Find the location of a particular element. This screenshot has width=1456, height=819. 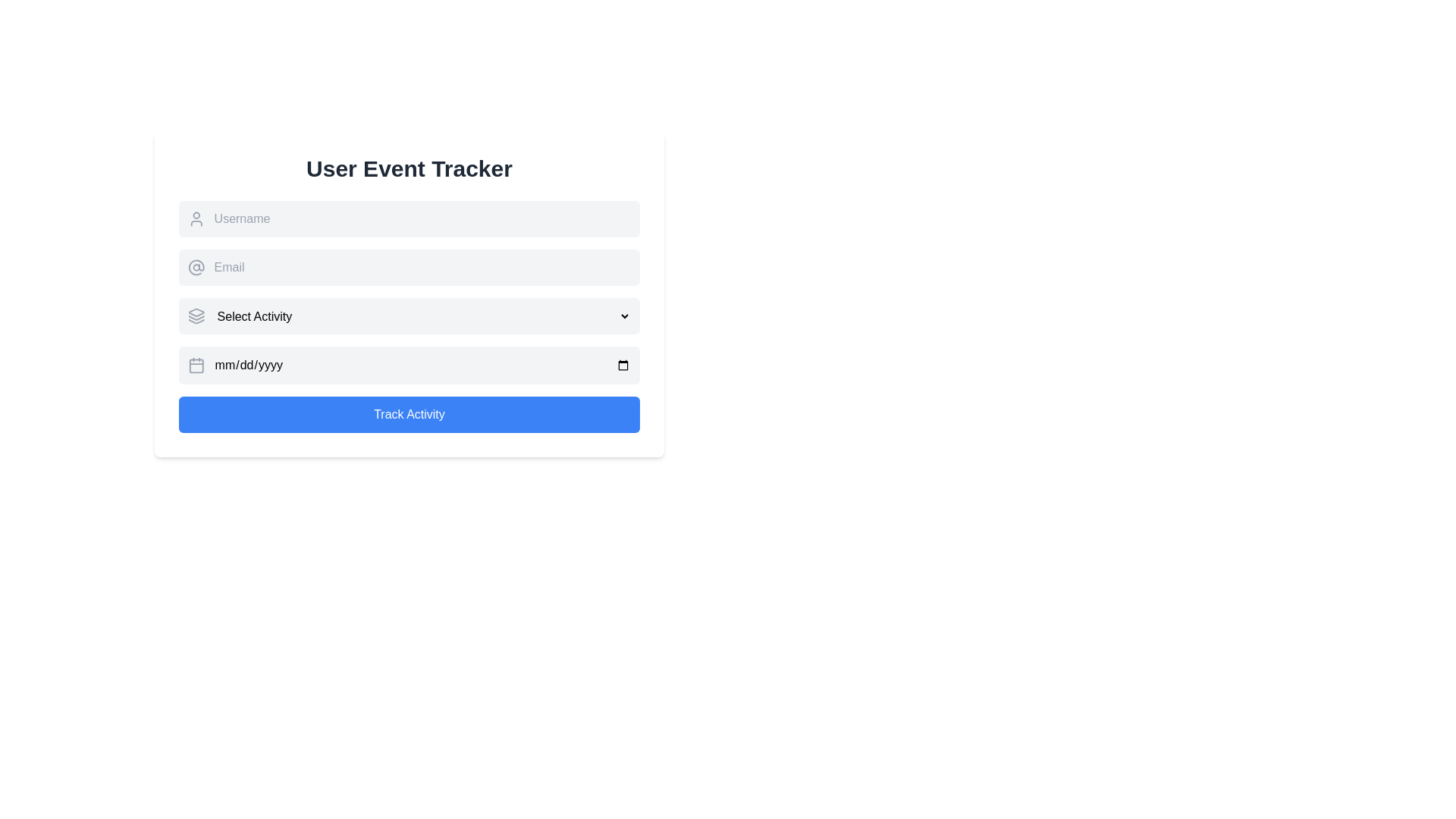

the user profile icon, which is a simplistic outline of a person in gray, positioned to the left of the username text input field is located at coordinates (196, 219).